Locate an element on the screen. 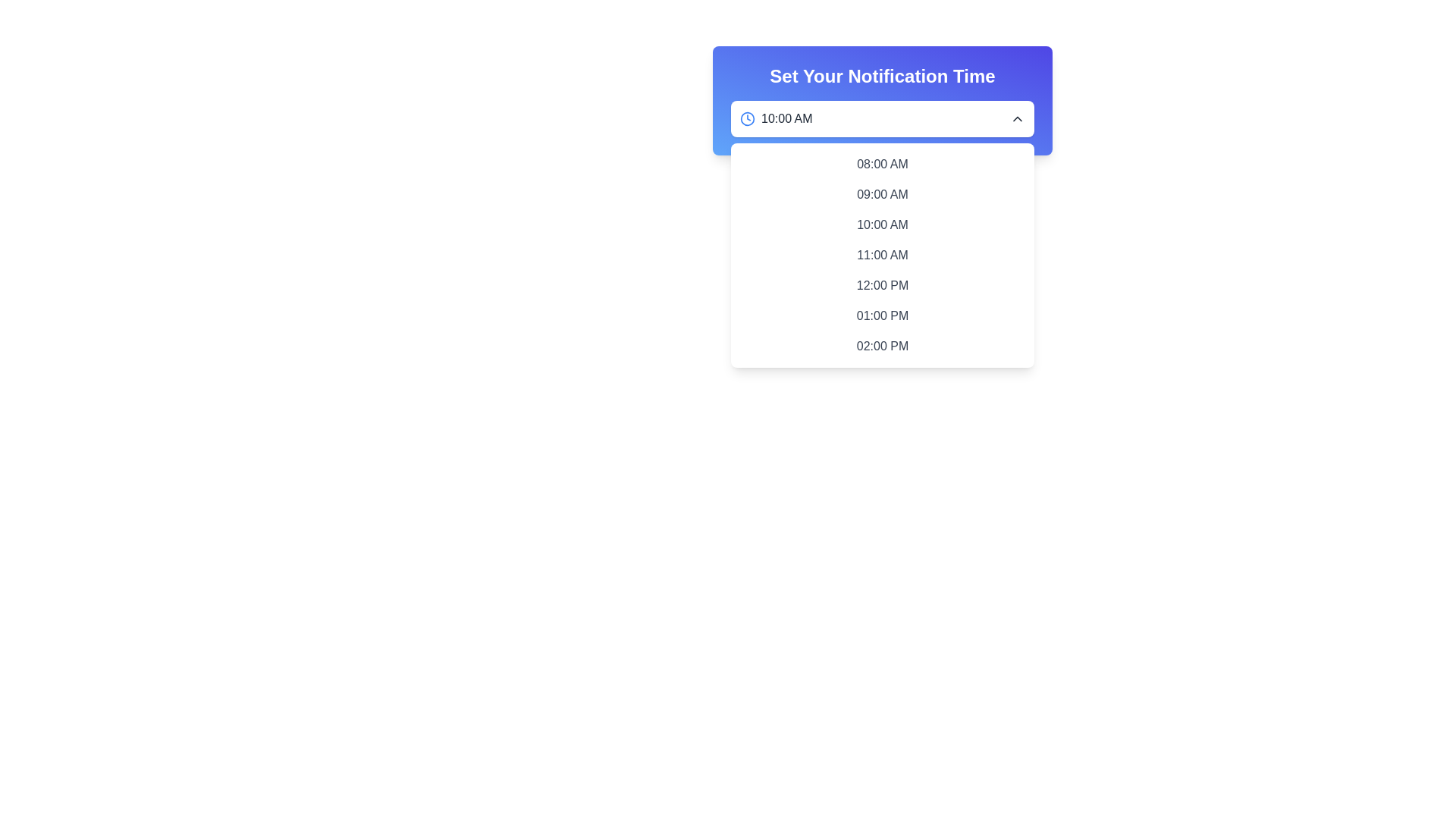 The image size is (1456, 819). the '08:00 AM' option in the dropdown menu is located at coordinates (882, 164).